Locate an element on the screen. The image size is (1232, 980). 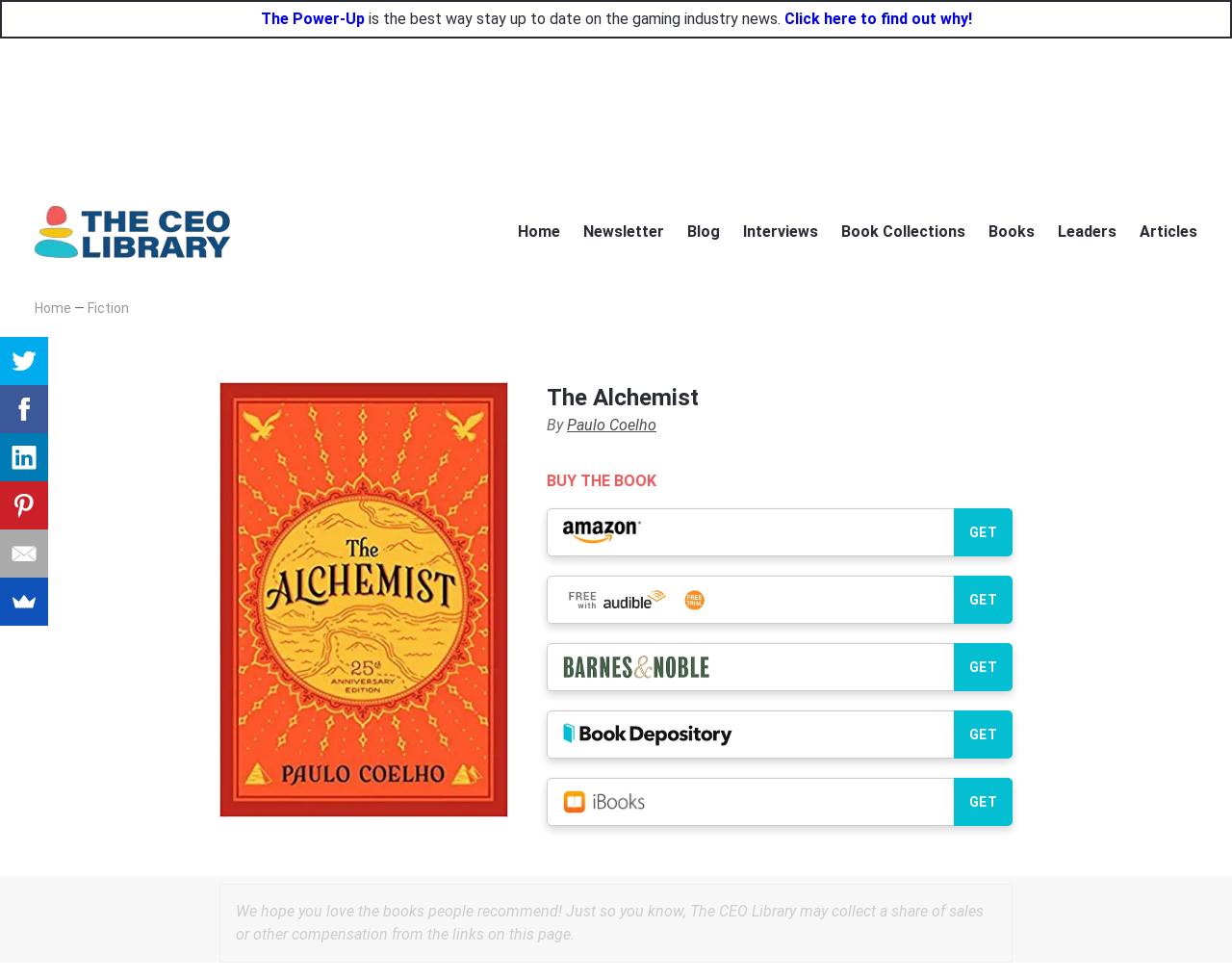
'Newsletter' is located at coordinates (623, 229).